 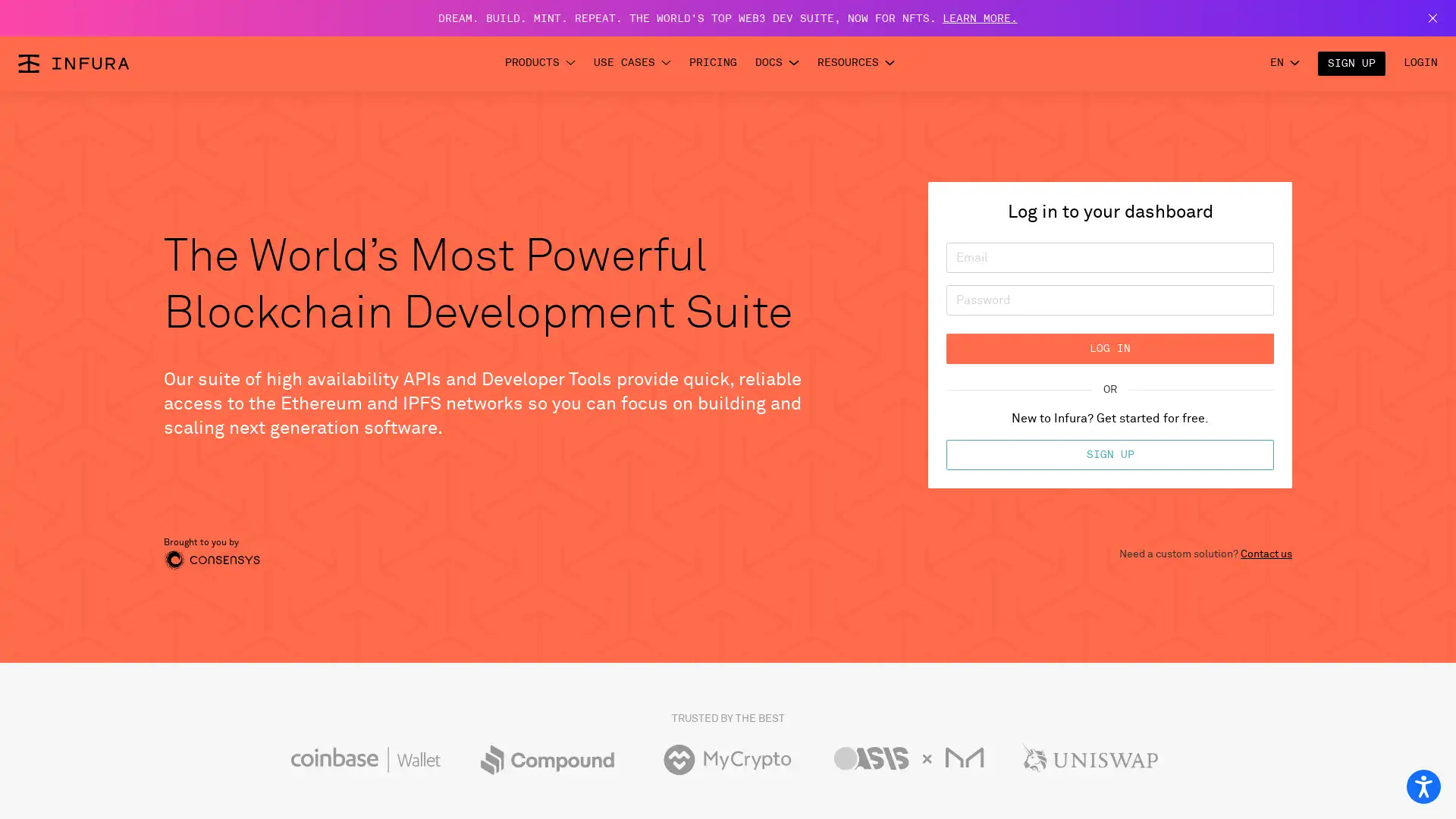 I want to click on Open accessibility options, statement and help, so click(x=1423, y=786).